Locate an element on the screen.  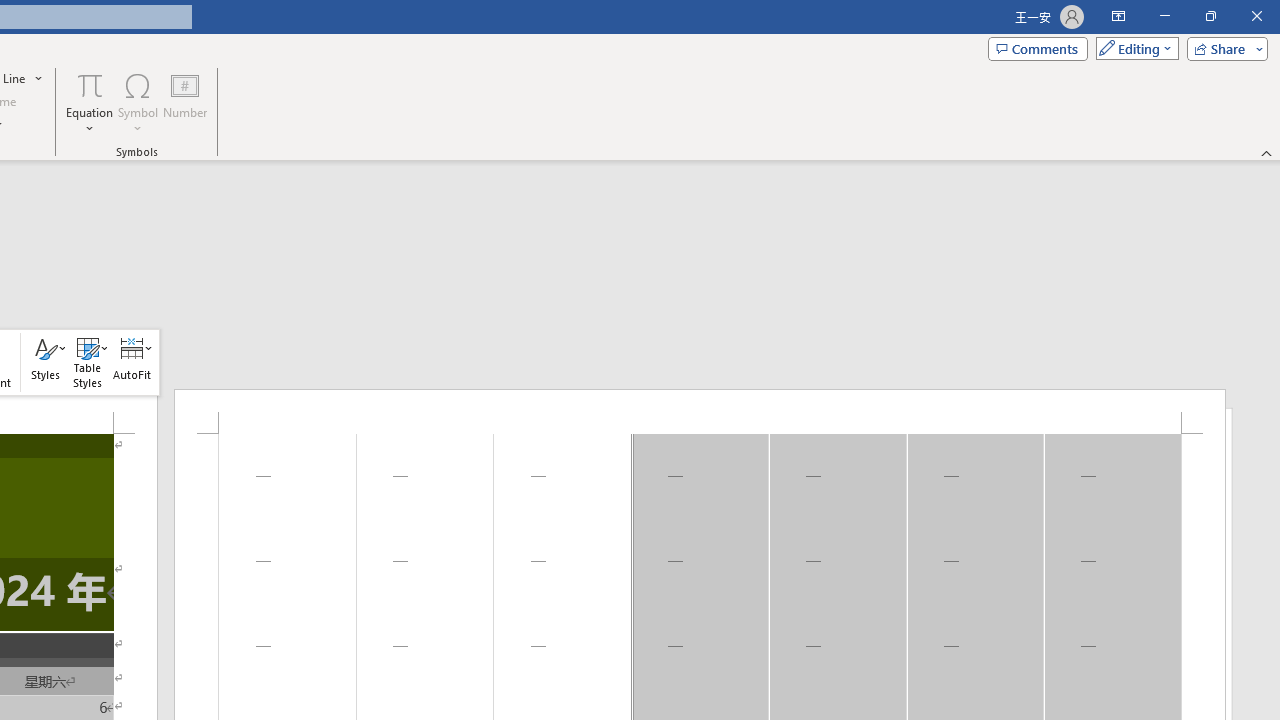
'Styles' is located at coordinates (46, 362).